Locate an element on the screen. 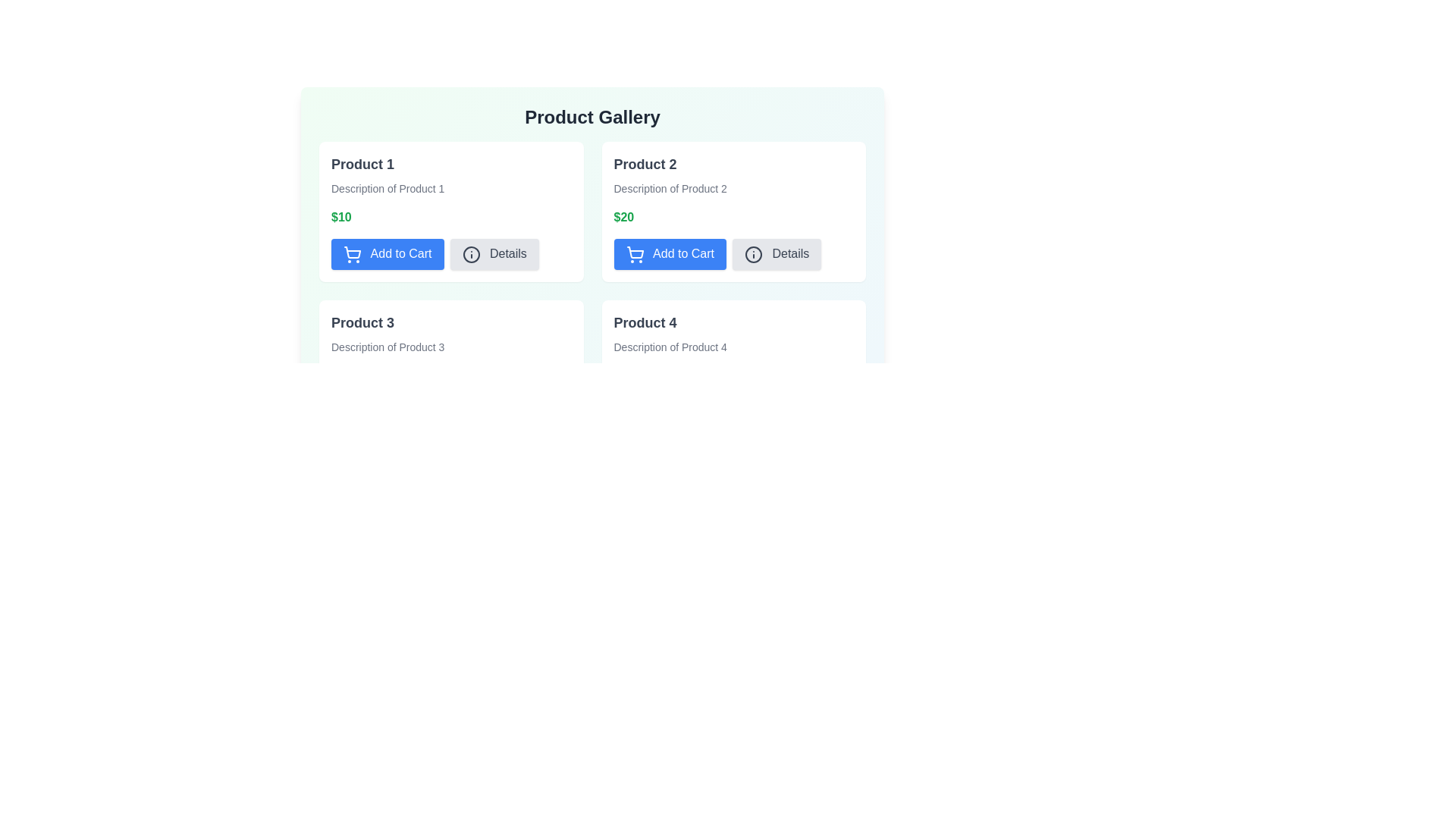 This screenshot has height=819, width=1456. the prominent static text label displaying 'Product 3', located at the top section of the card in the bottom-left segment of the grid layout is located at coordinates (362, 322).